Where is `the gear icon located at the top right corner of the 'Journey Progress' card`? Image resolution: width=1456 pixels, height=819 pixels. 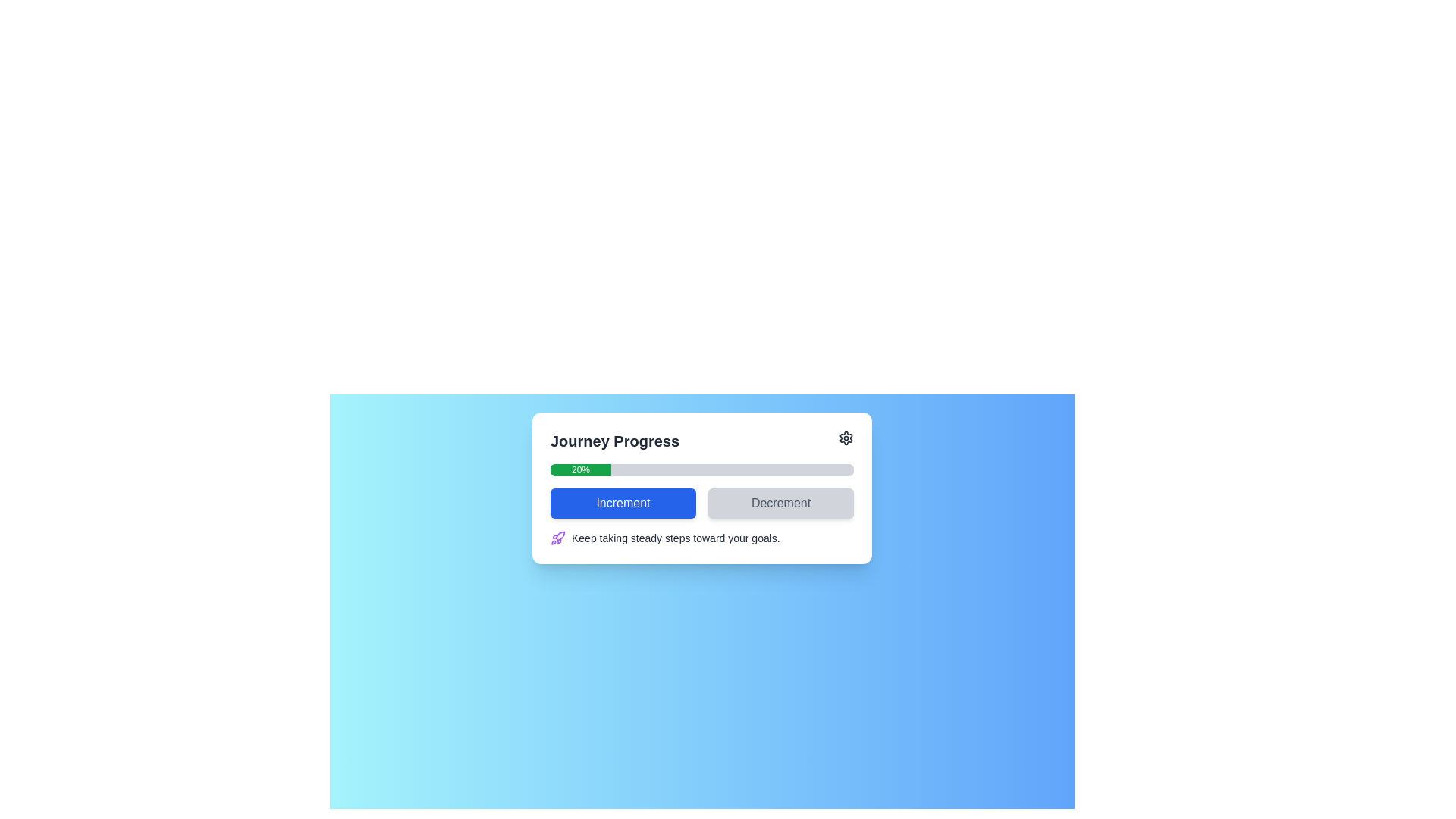
the gear icon located at the top right corner of the 'Journey Progress' card is located at coordinates (846, 438).